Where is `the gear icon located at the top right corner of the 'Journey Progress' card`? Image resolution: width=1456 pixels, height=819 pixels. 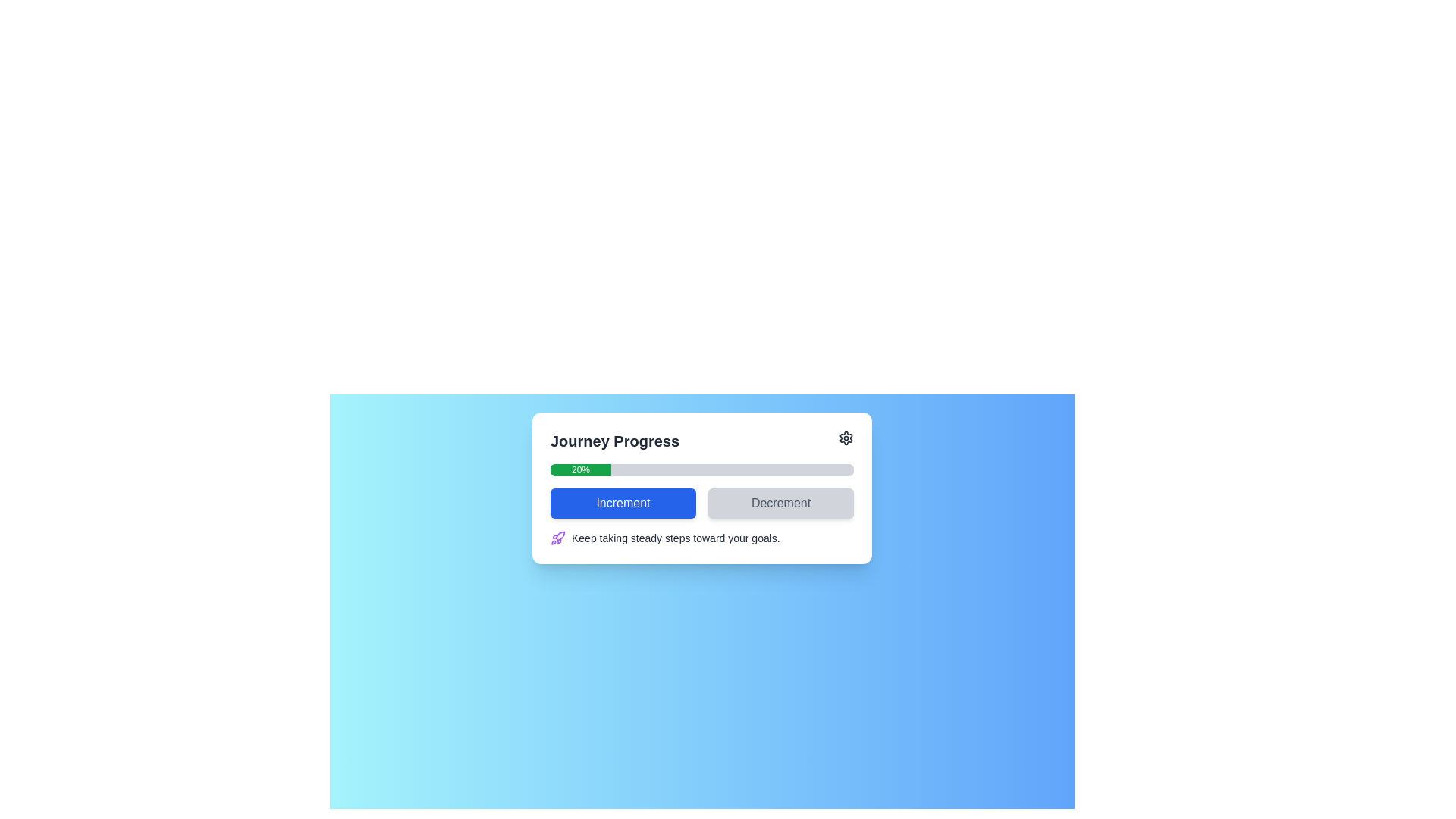
the gear icon located at the top right corner of the 'Journey Progress' card is located at coordinates (846, 438).